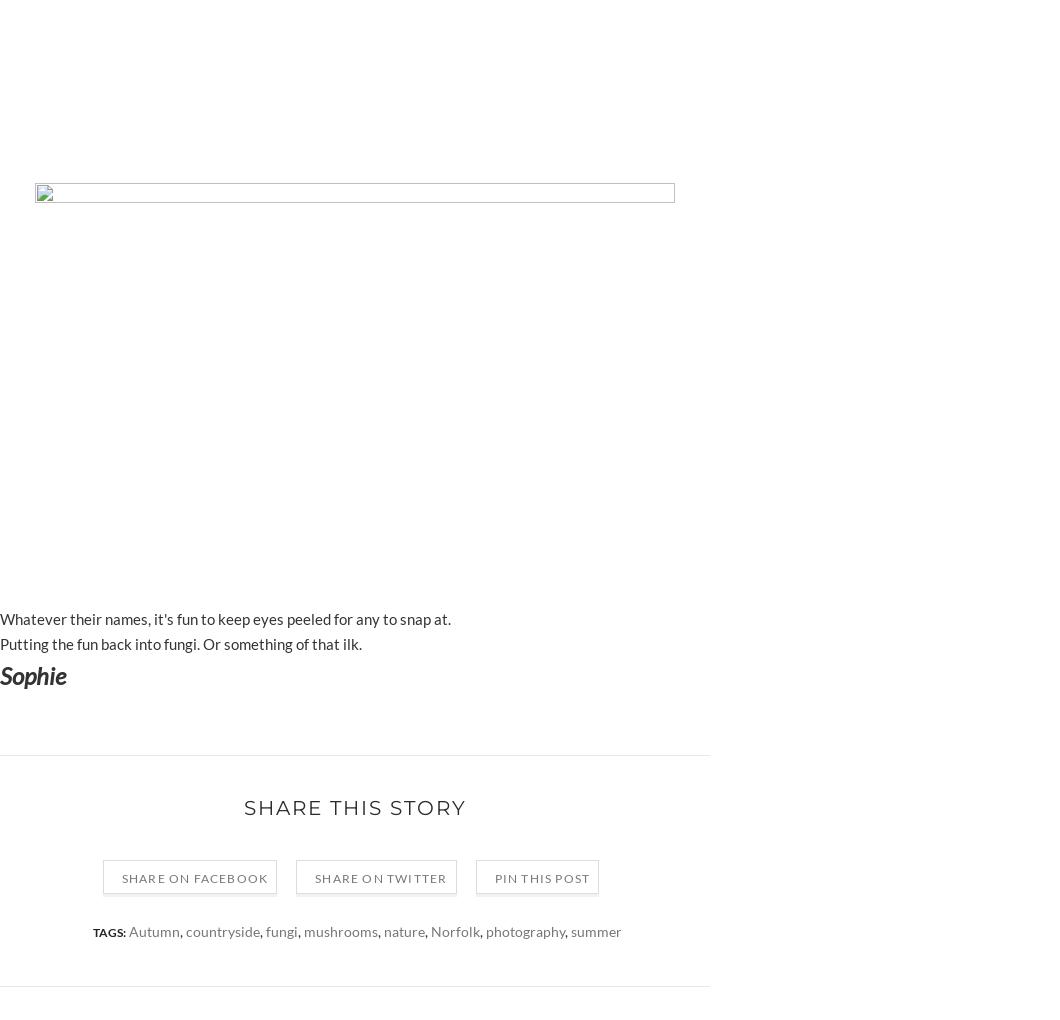  What do you see at coordinates (129, 931) in the screenshot?
I see `'Autumn'` at bounding box center [129, 931].